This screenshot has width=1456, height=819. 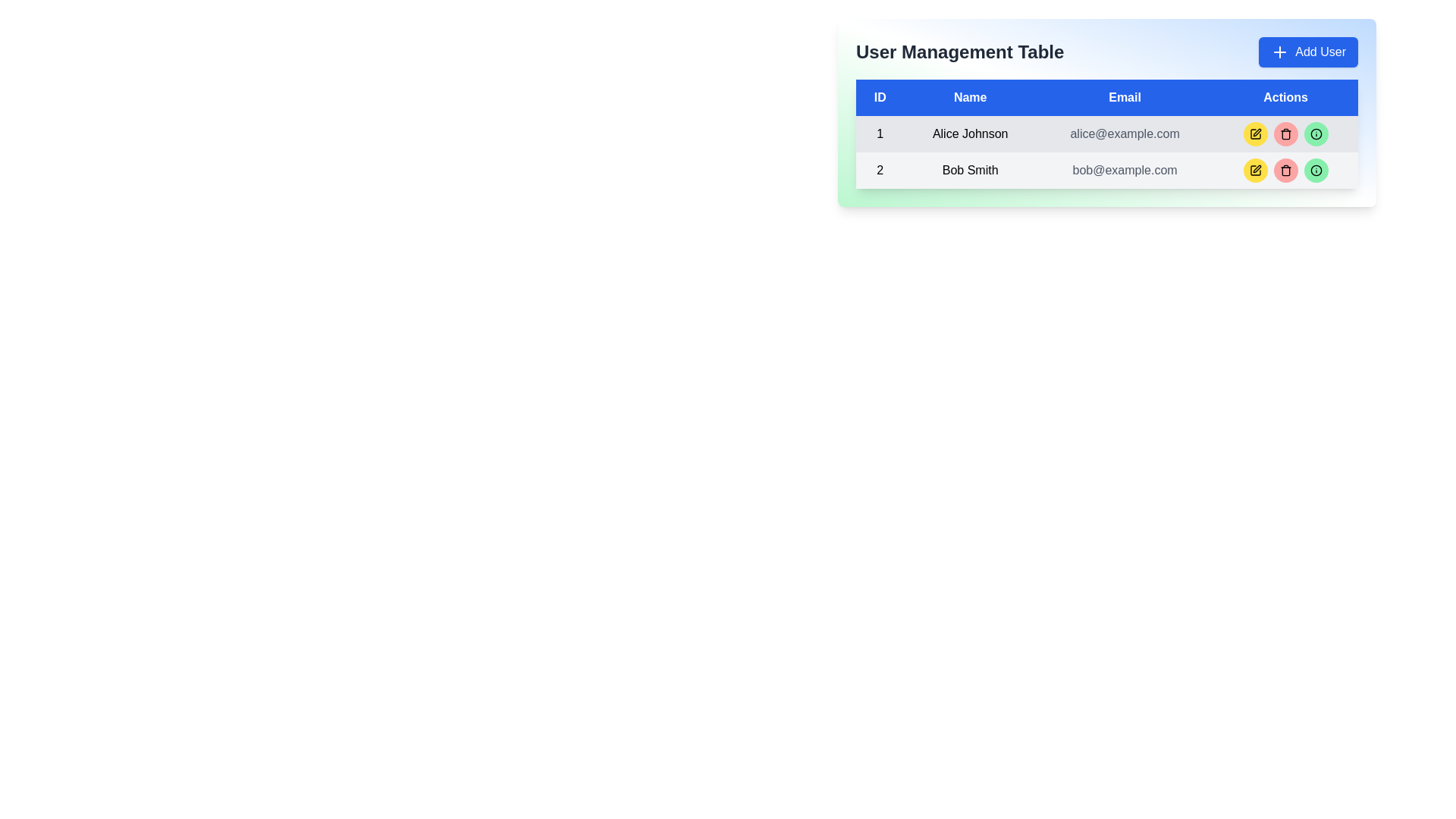 I want to click on the edit button with an icon located in the 'Actions' column of the first row in the user management table, so click(x=1255, y=133).